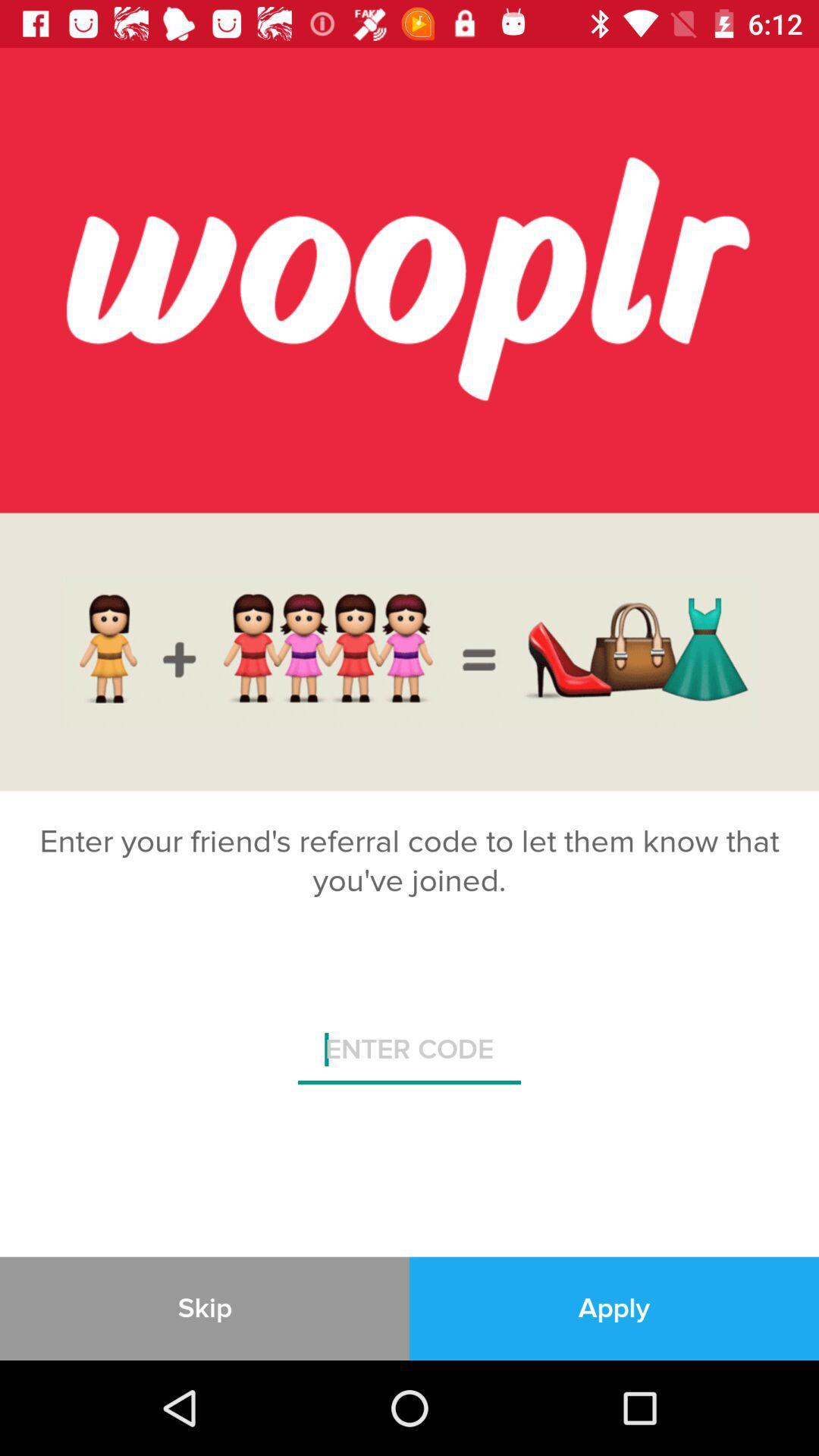  What do you see at coordinates (614, 1307) in the screenshot?
I see `the item next to skip icon` at bounding box center [614, 1307].